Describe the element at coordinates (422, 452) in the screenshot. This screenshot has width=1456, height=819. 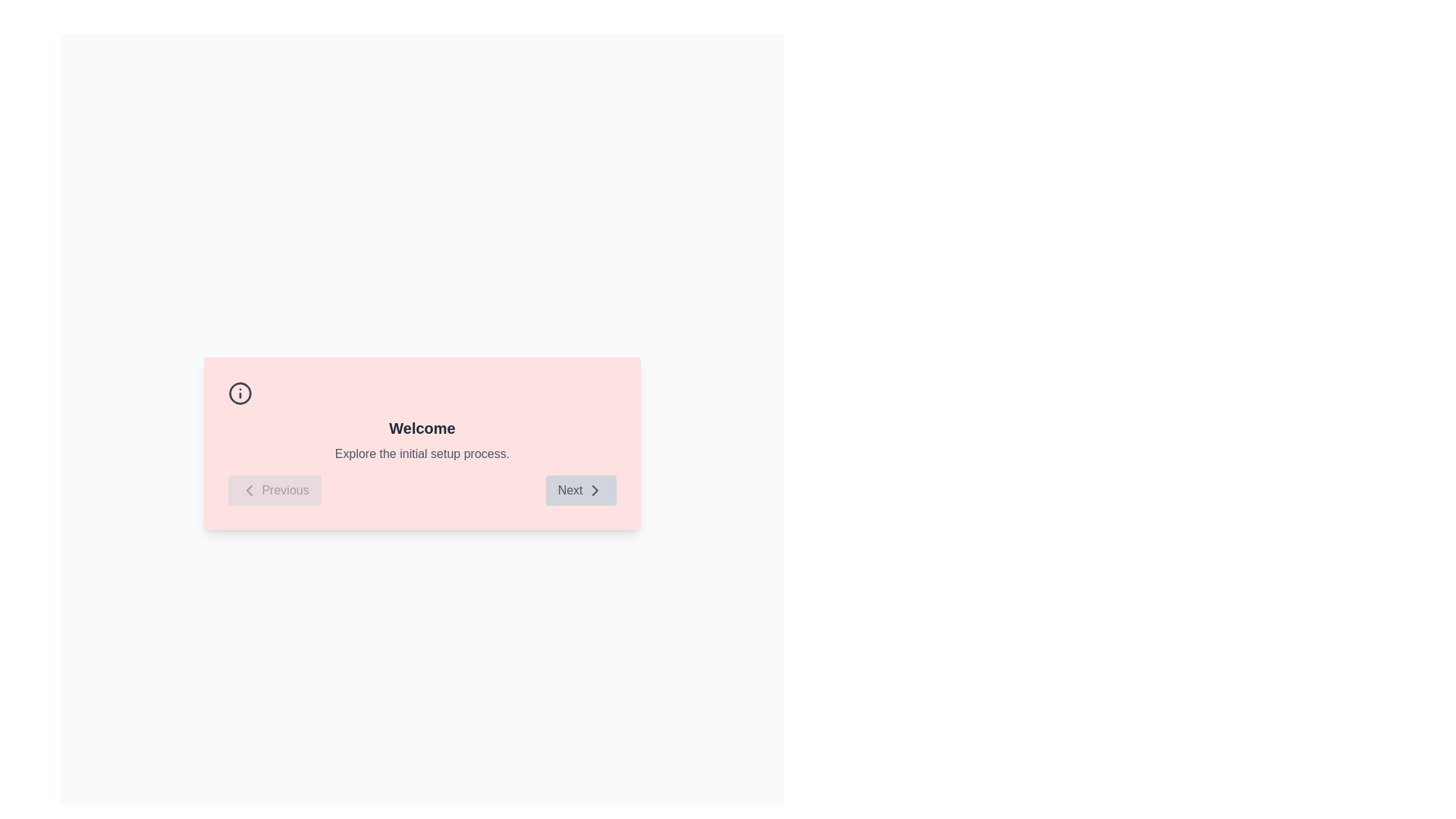
I see `the text element that is styled with a smaller font size and gray color, located beneath the 'Welcome' heading within a centered card layout` at that location.